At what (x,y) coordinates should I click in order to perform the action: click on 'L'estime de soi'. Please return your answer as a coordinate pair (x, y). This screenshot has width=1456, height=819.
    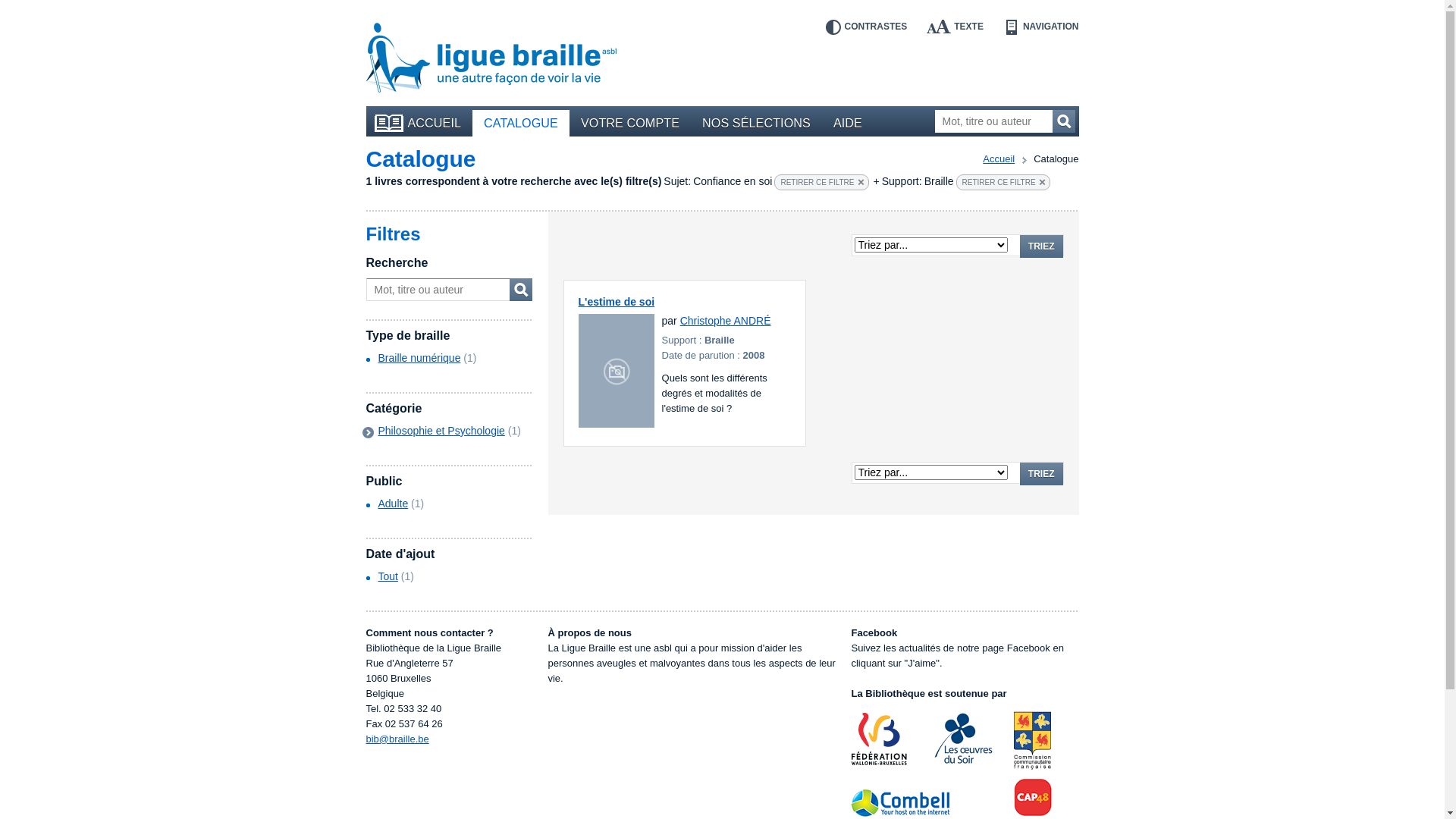
    Looking at the image, I should click on (617, 301).